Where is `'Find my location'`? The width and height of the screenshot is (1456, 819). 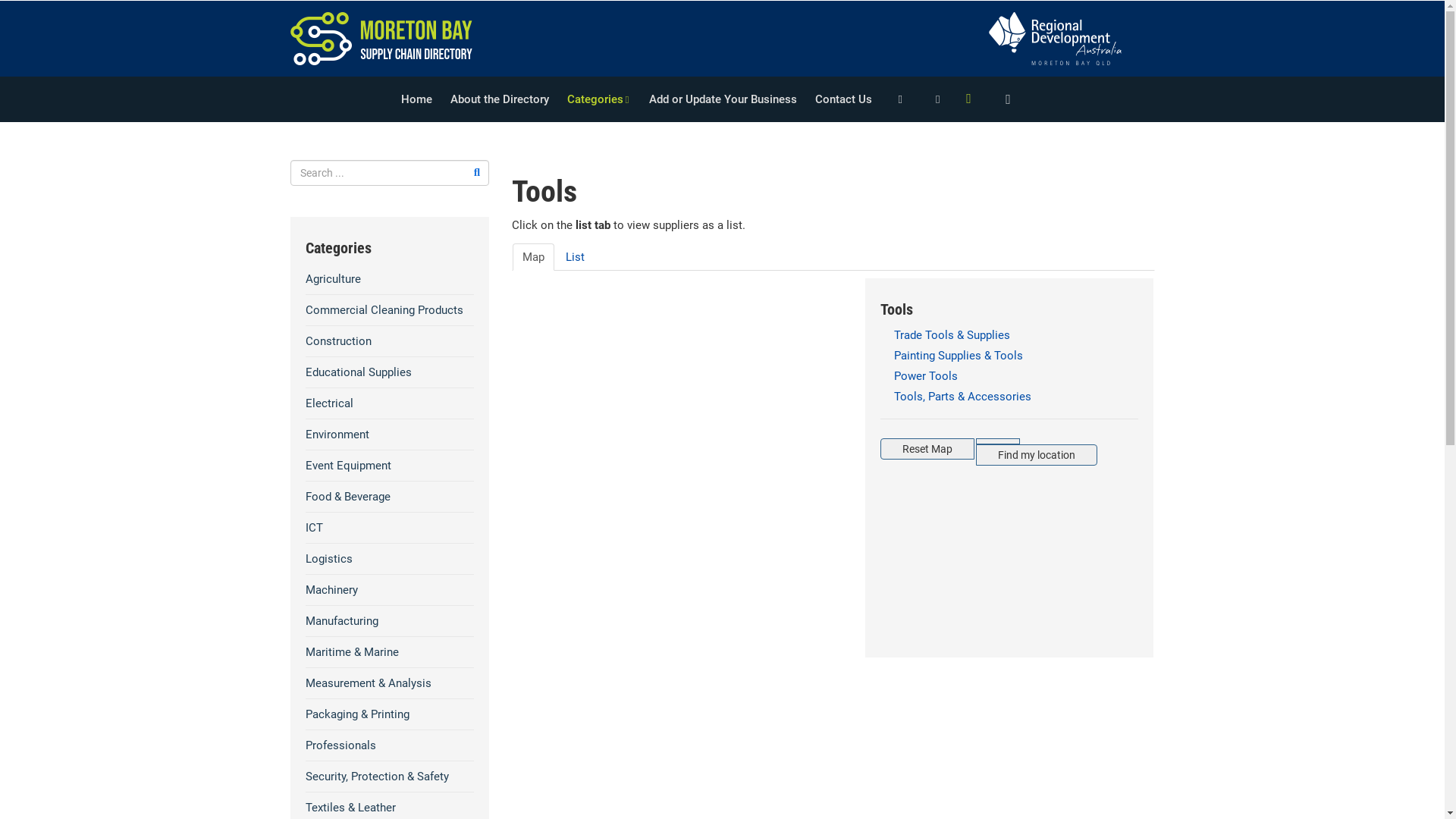 'Find my location' is located at coordinates (975, 454).